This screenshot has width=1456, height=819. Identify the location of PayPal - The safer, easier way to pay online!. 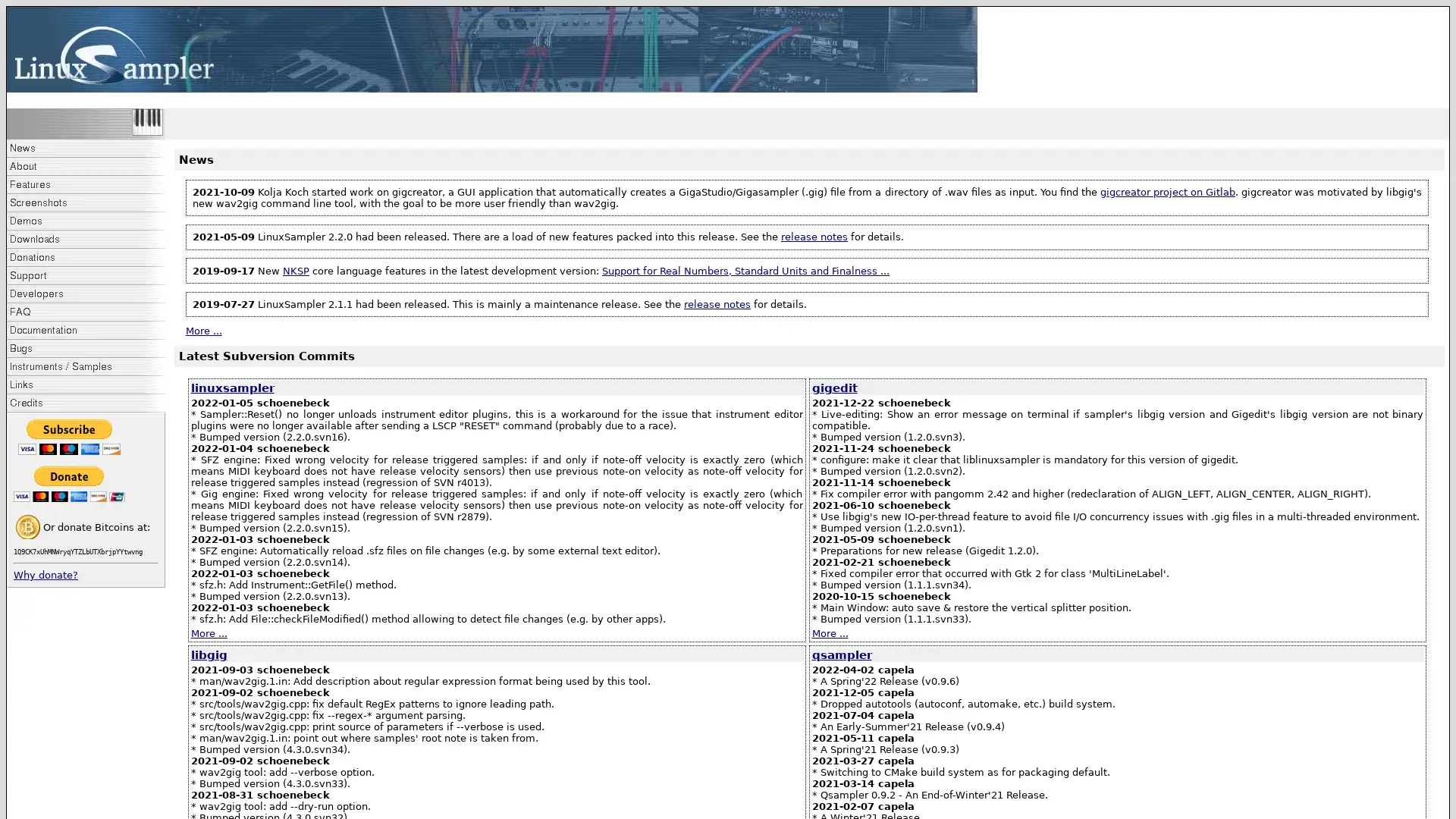
(67, 437).